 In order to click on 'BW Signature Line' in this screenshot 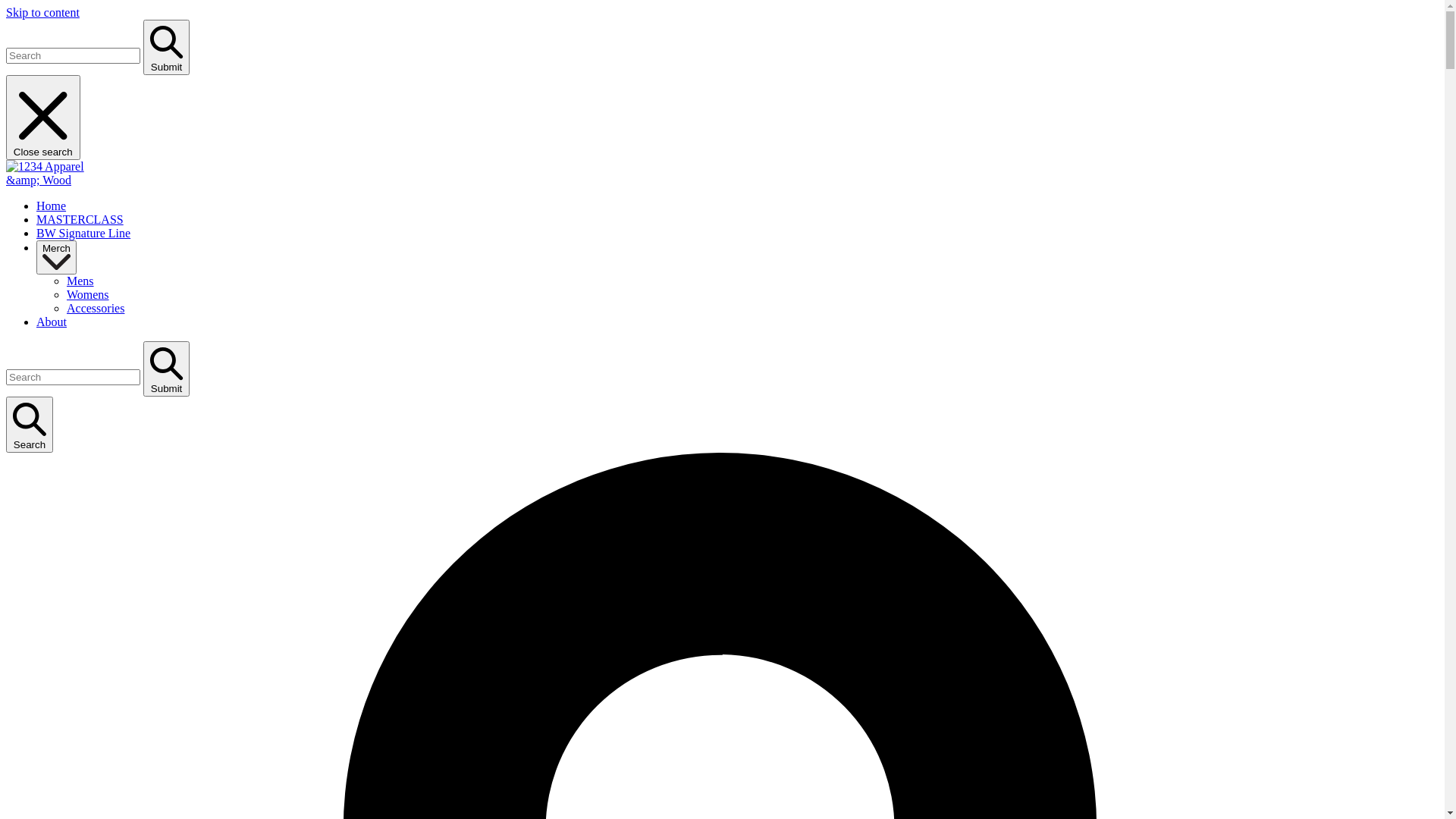, I will do `click(83, 233)`.